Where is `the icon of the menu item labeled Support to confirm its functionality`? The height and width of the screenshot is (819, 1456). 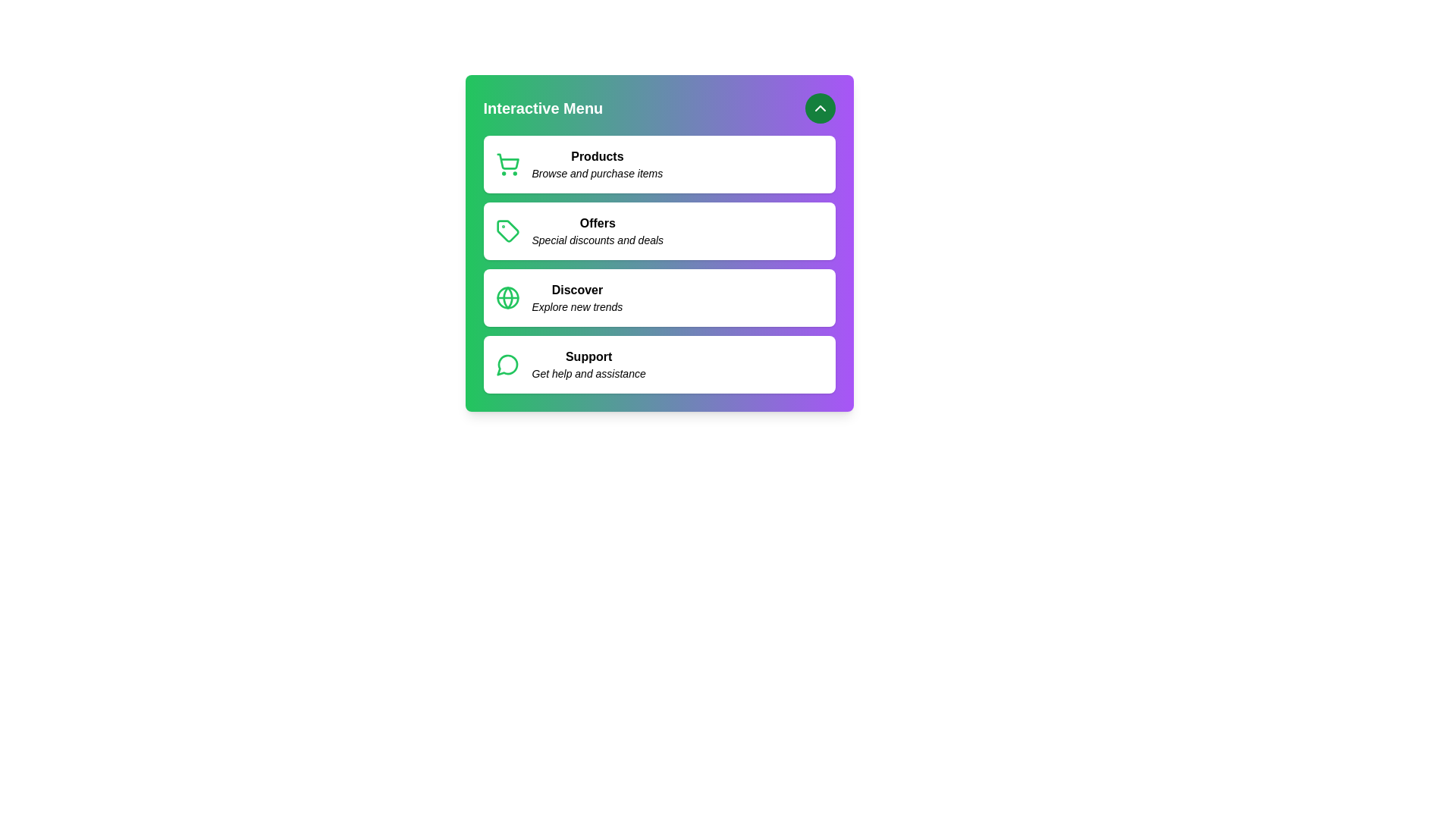
the icon of the menu item labeled Support to confirm its functionality is located at coordinates (507, 365).